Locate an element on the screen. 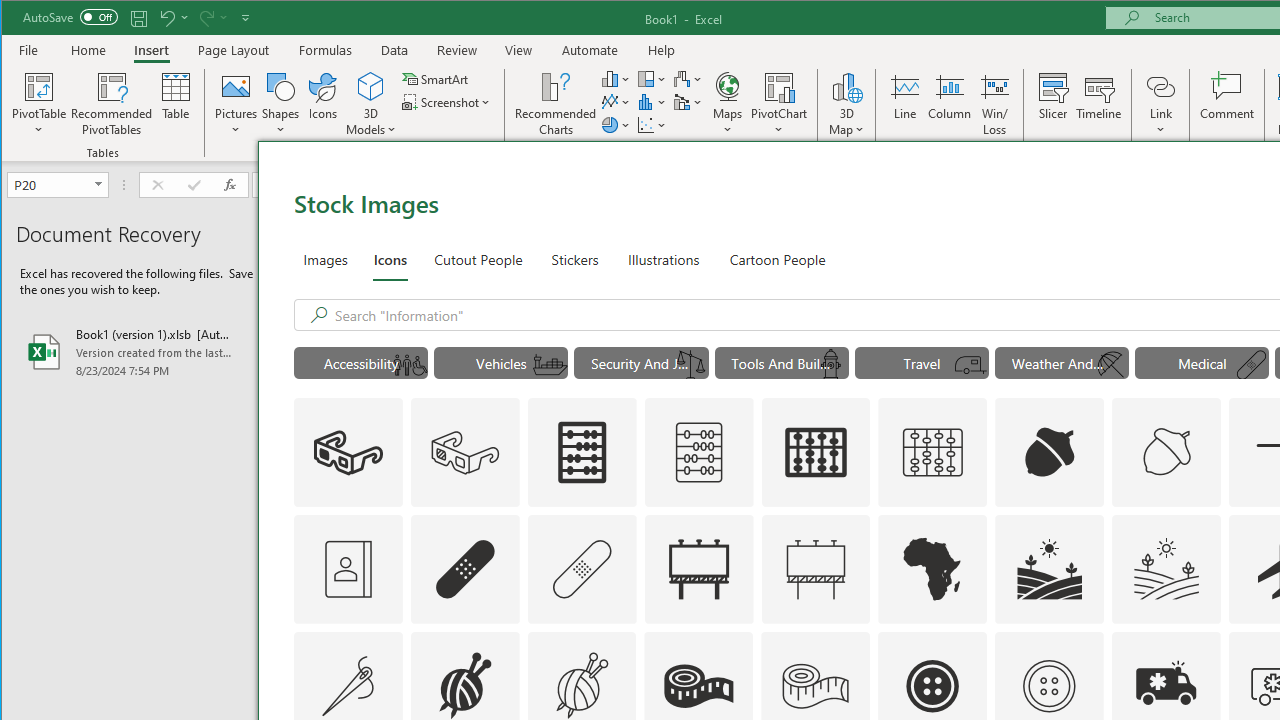  '"Travel" Icons.' is located at coordinates (921, 362).